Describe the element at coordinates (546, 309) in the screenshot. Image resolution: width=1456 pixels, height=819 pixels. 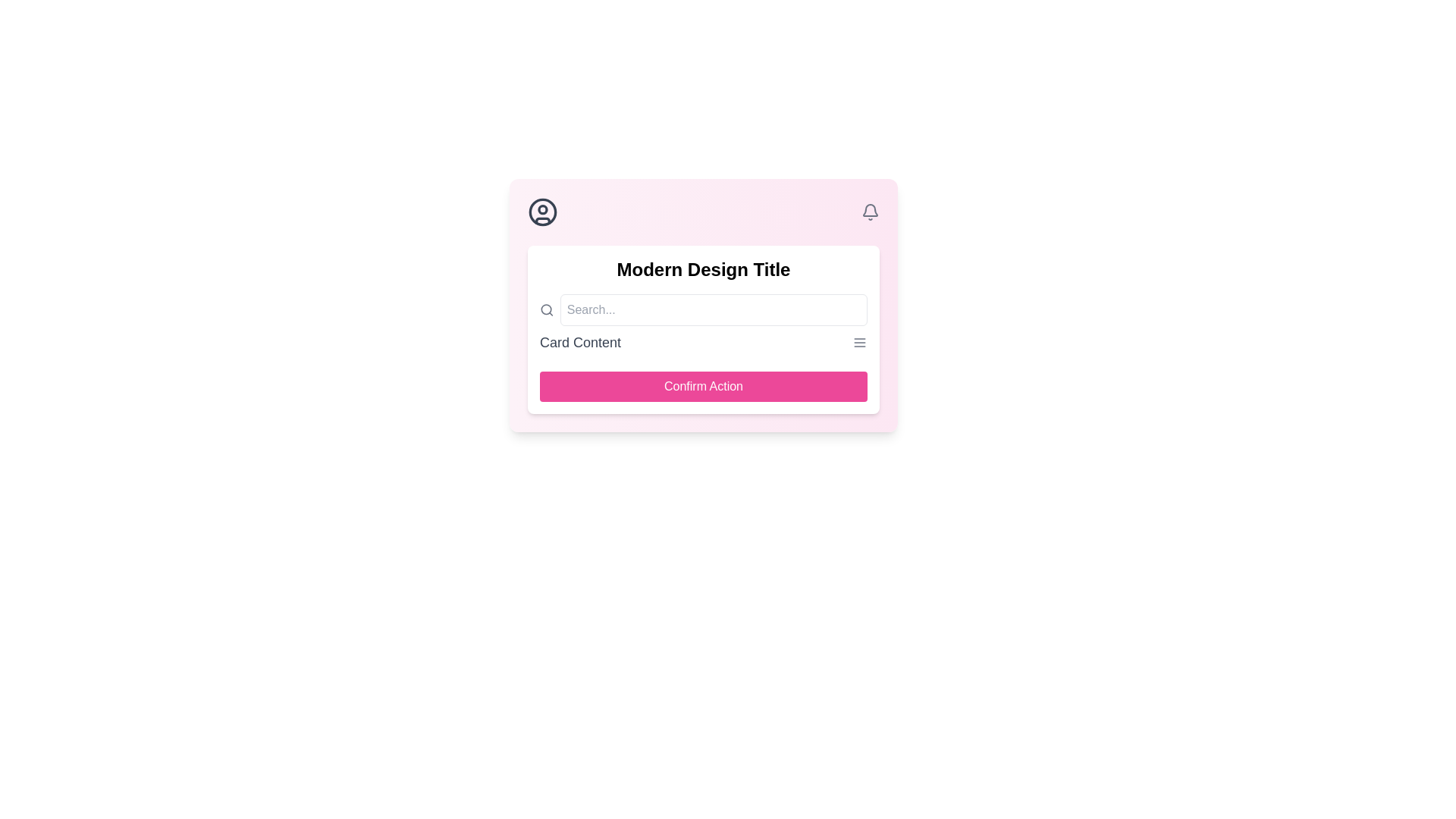
I see `the circular search icon, which is part of the magnifying glass design located in the search bar below the title 'Modern Design Title'` at that location.